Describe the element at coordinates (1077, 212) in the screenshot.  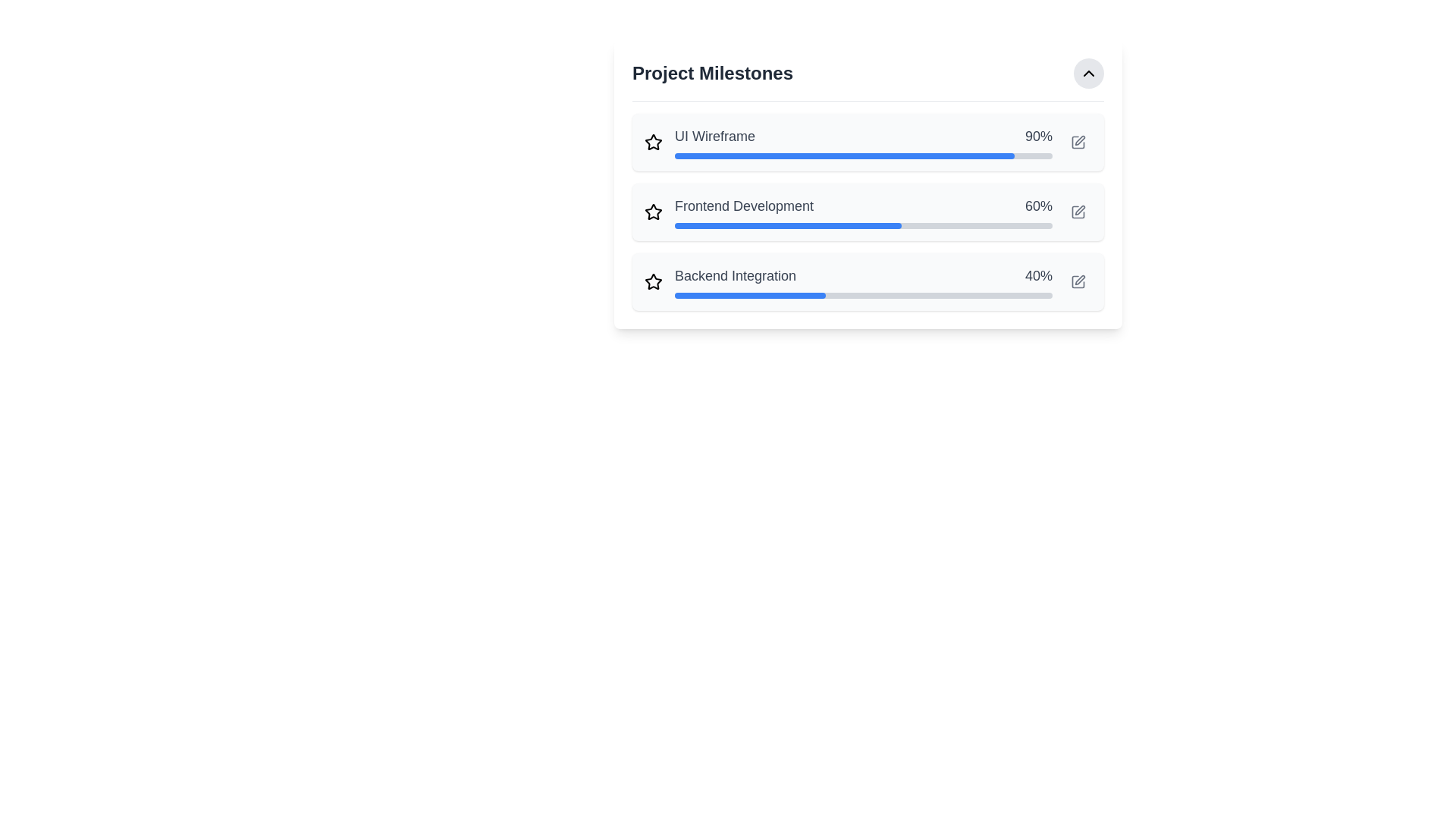
I see `the edit button for the 'Frontend Development' milestone, located to the right of its progress bar, to change its color` at that location.